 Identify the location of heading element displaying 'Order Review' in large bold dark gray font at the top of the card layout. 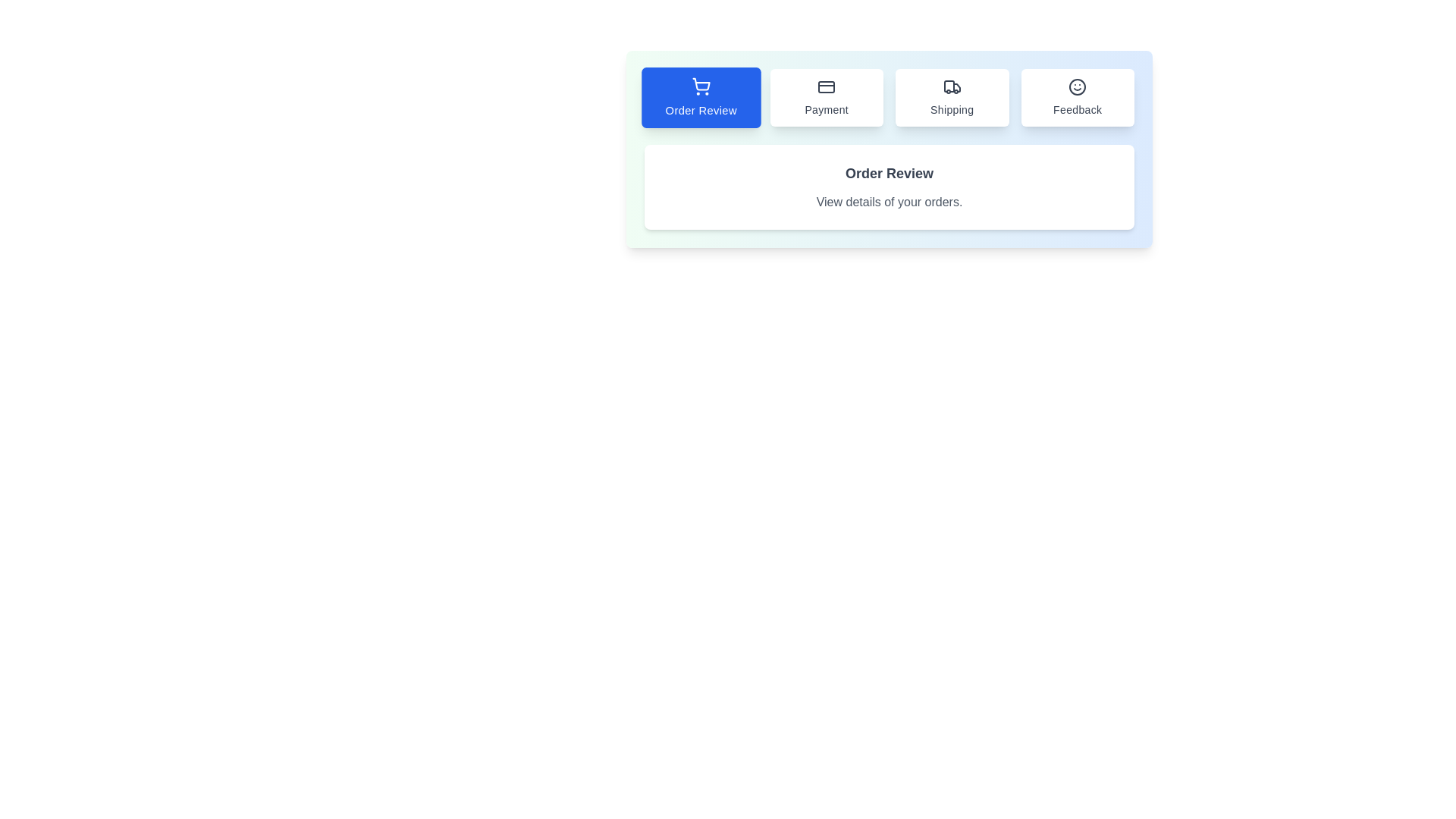
(889, 172).